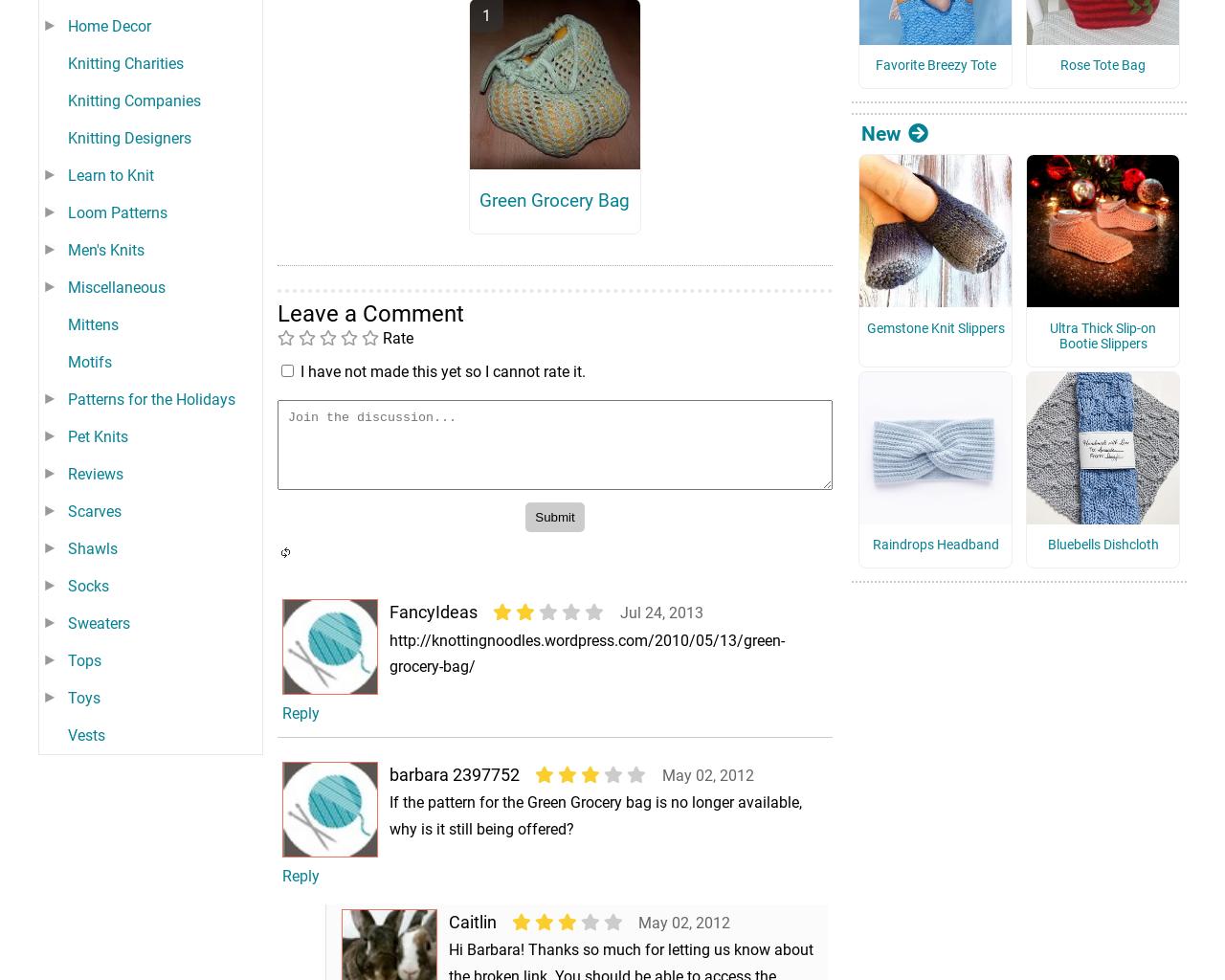  Describe the element at coordinates (87, 612) in the screenshot. I see `'Socks'` at that location.